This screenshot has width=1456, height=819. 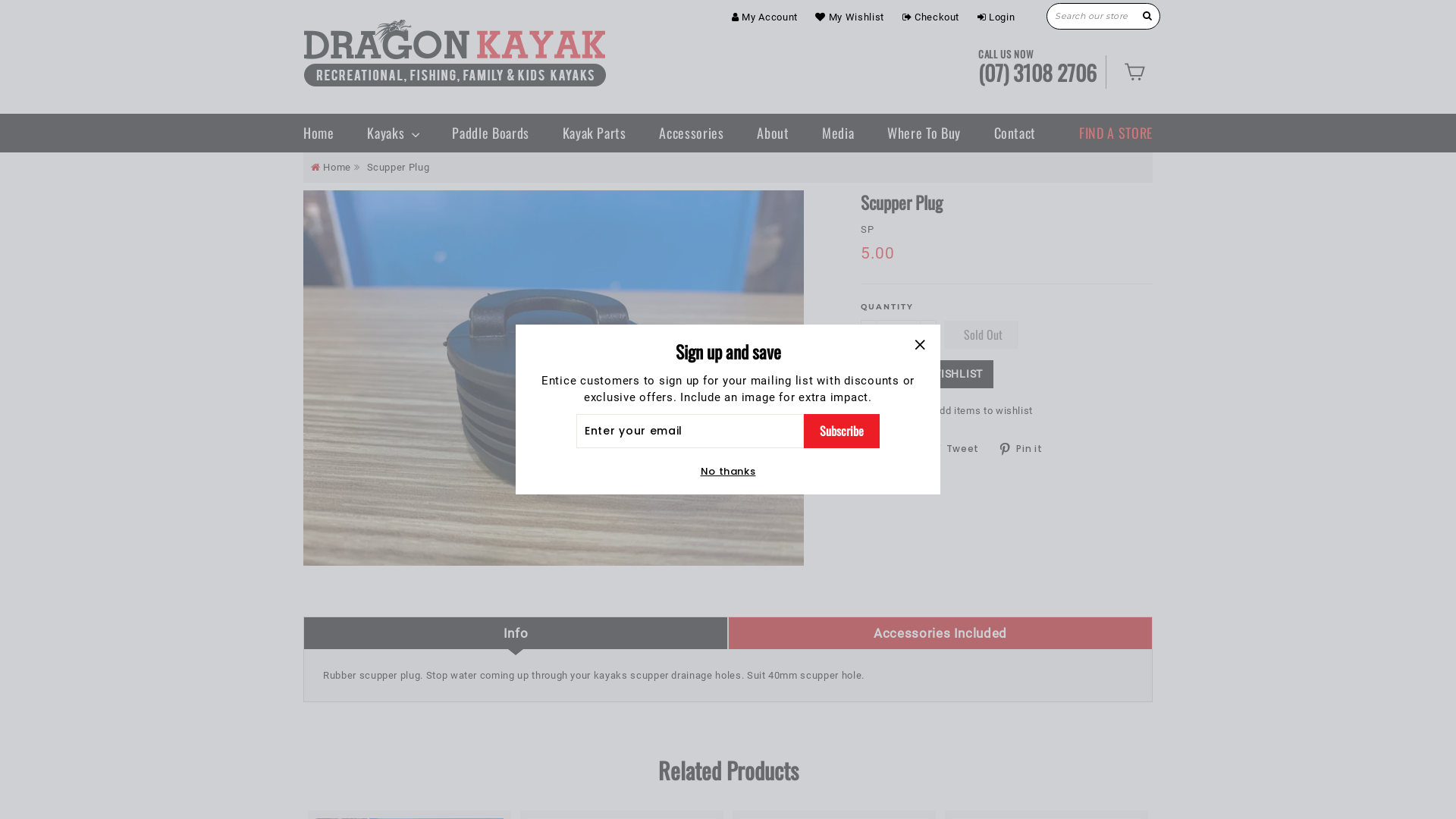 What do you see at coordinates (927, 333) in the screenshot?
I see `'+'` at bounding box center [927, 333].